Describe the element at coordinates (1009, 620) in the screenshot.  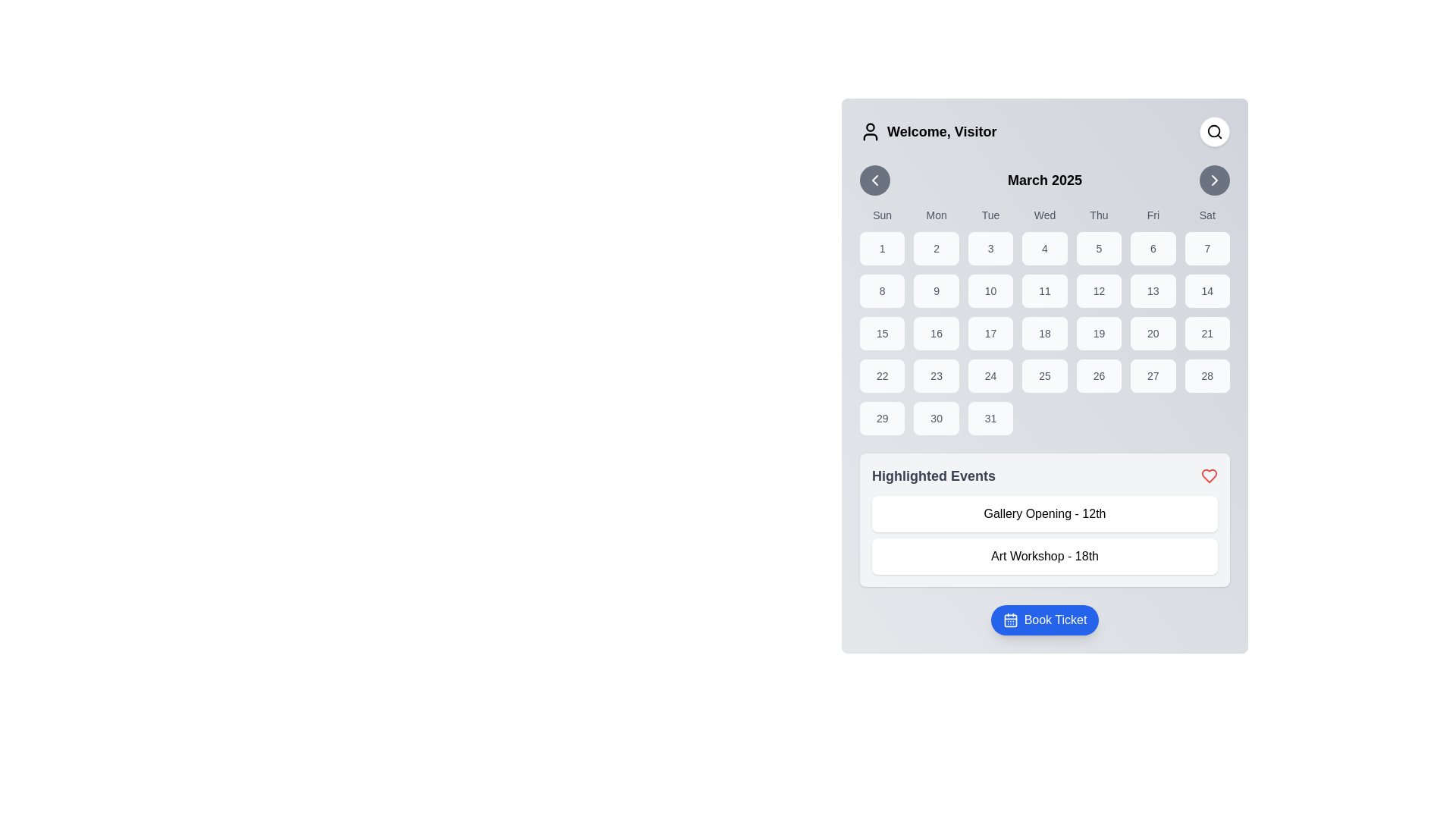
I see `the calendar icon located to the left of the 'Book Ticket' text within the blue circular button at the bottom section of the interface` at that location.